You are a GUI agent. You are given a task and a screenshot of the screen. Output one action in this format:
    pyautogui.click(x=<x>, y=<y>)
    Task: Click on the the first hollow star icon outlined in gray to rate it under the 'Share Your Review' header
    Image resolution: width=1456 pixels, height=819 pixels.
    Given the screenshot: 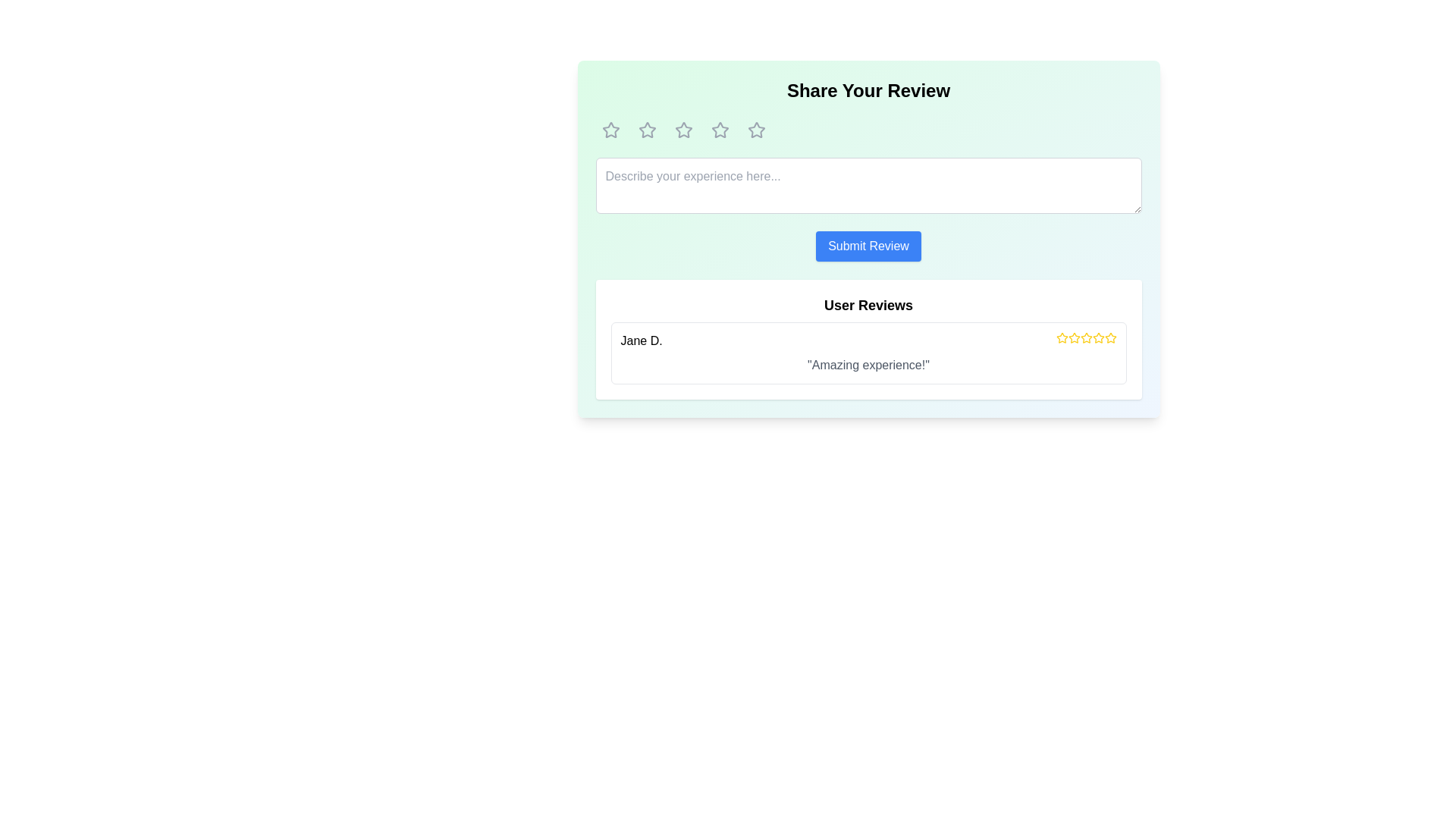 What is the action you would take?
    pyautogui.click(x=610, y=130)
    